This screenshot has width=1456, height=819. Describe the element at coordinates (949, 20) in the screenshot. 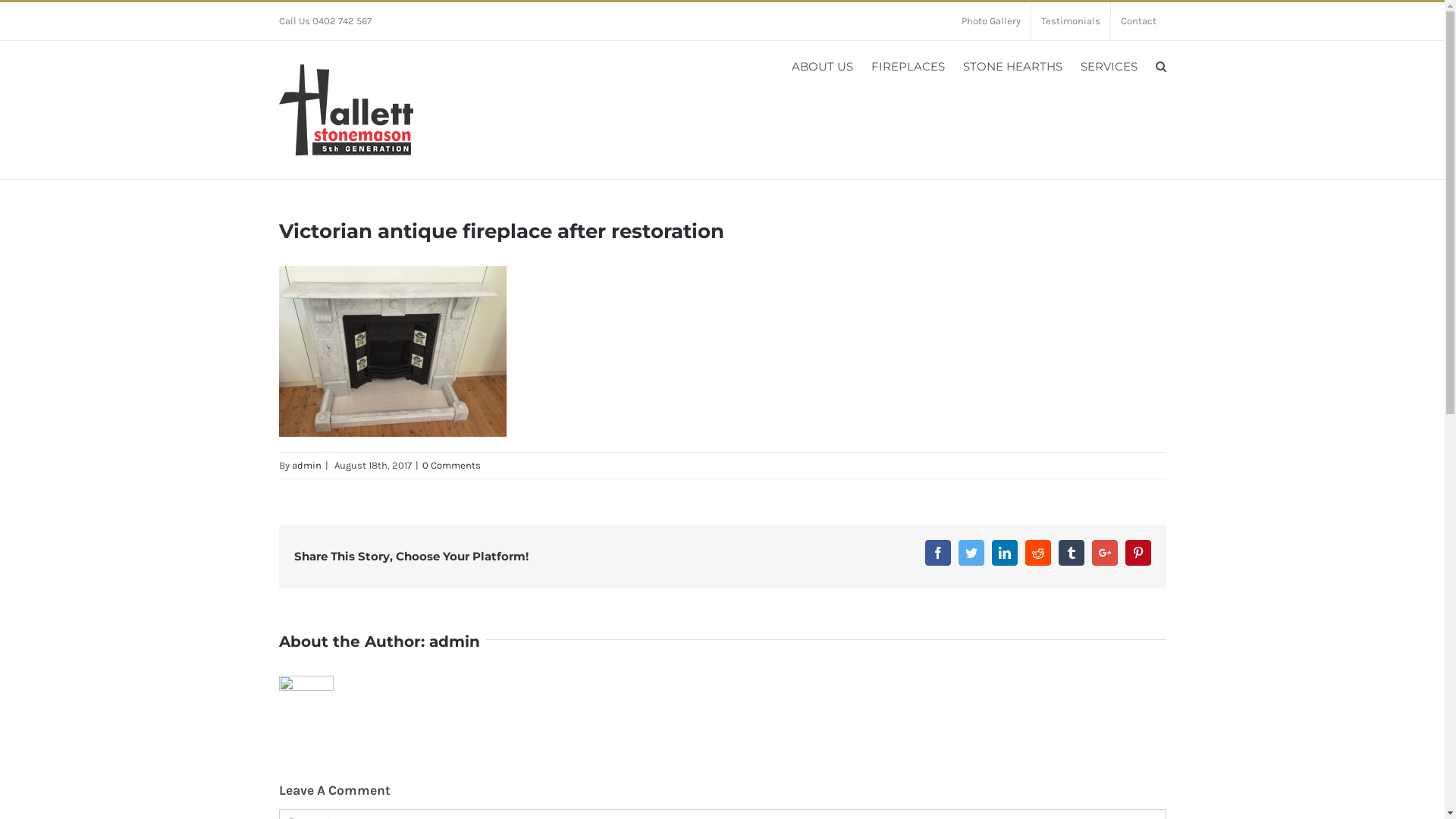

I see `'Photo Gallery'` at that location.